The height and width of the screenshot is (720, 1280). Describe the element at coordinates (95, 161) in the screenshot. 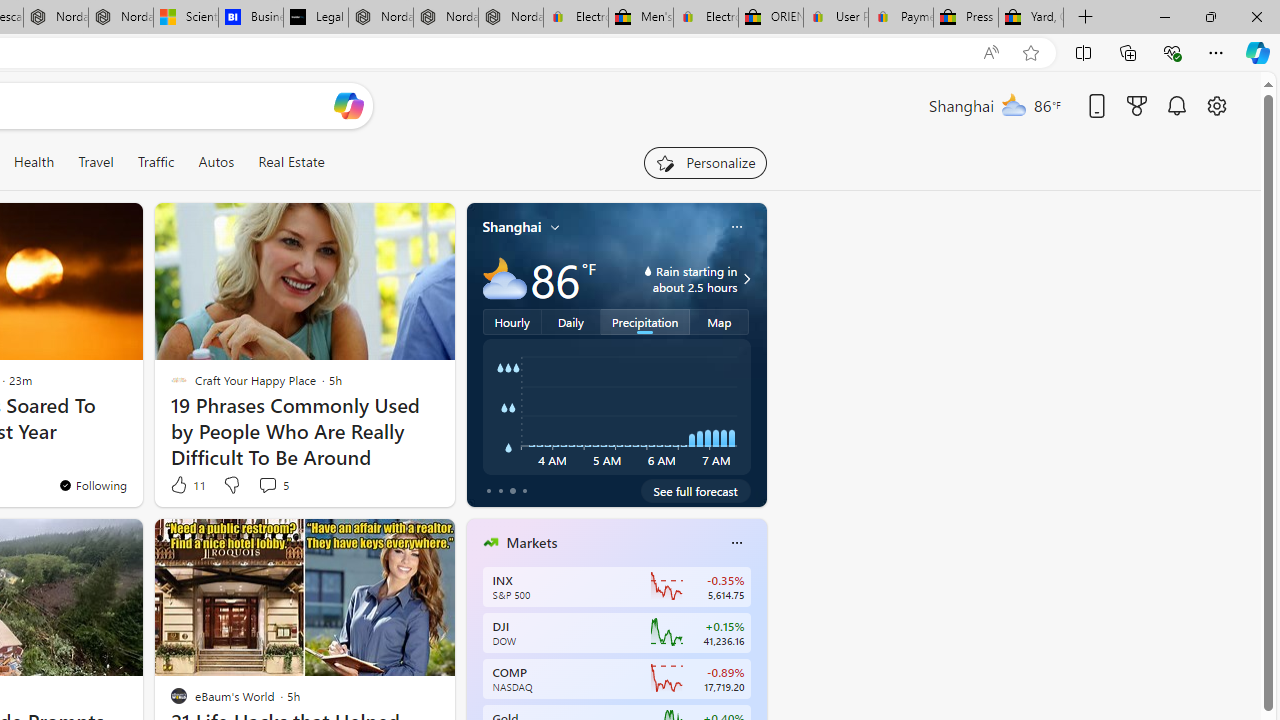

I see `'Travel'` at that location.